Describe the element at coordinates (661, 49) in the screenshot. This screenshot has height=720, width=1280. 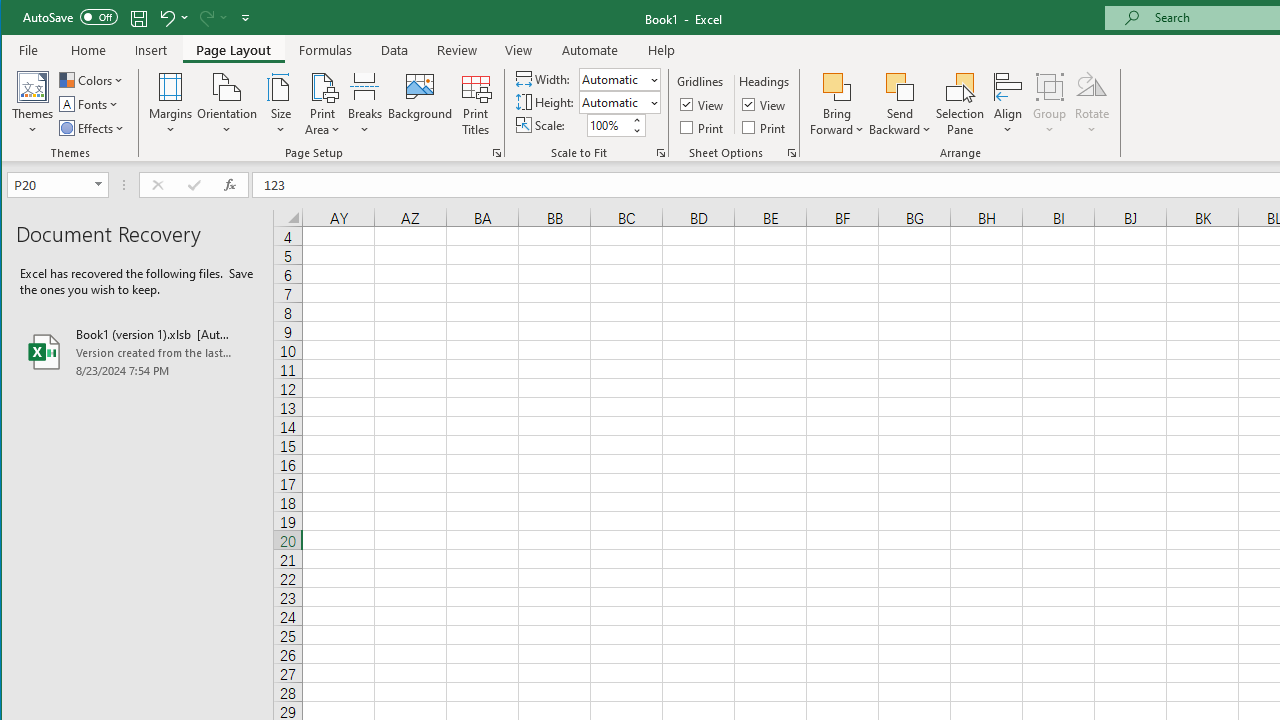
I see `'Help'` at that location.